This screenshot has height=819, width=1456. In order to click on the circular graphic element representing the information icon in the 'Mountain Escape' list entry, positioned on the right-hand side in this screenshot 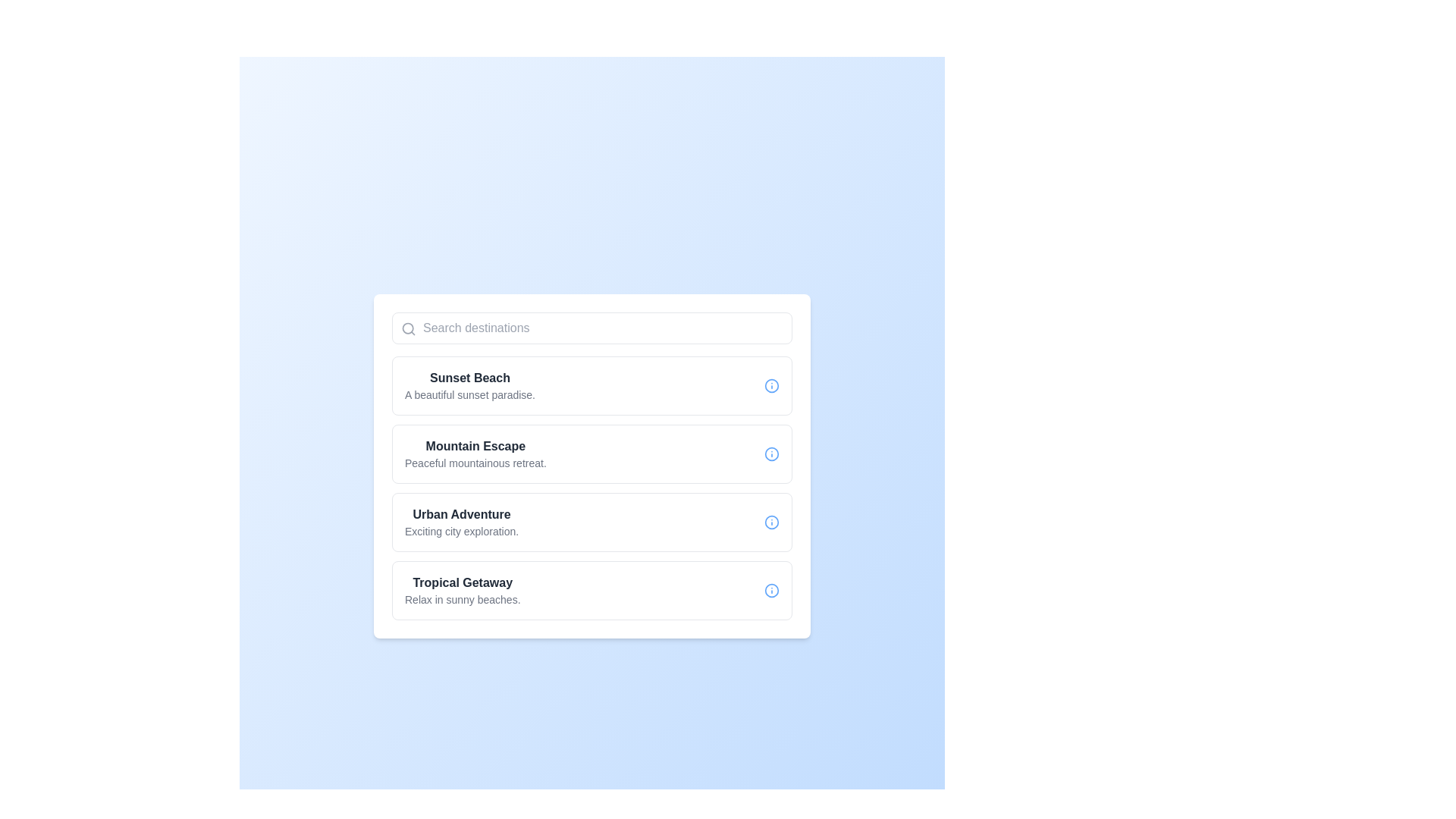, I will do `click(771, 453)`.